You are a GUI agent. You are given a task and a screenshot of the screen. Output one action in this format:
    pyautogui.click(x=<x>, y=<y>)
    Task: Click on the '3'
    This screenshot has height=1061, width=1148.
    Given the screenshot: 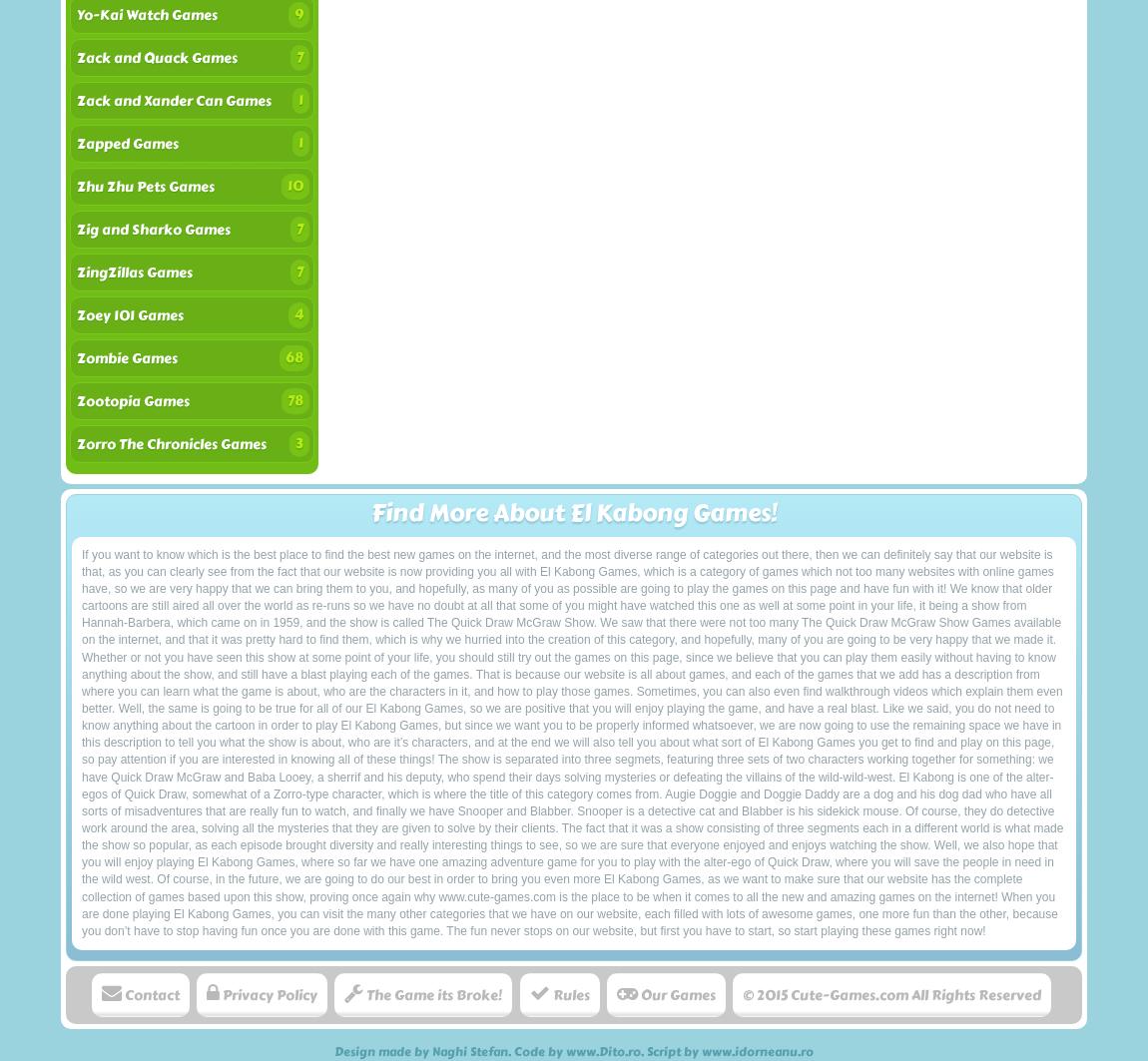 What is the action you would take?
    pyautogui.click(x=295, y=443)
    